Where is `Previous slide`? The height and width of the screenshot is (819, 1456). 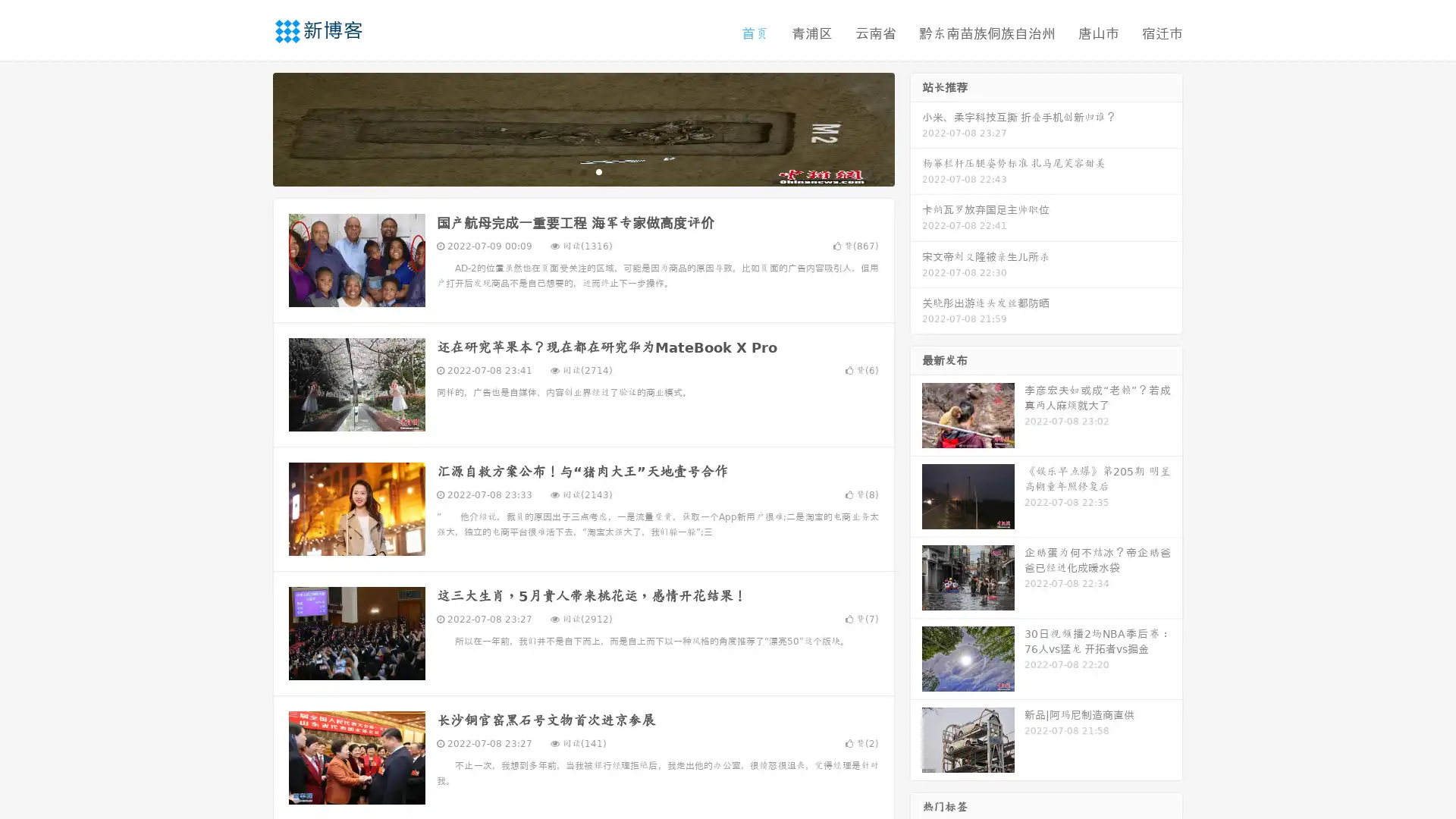 Previous slide is located at coordinates (250, 127).